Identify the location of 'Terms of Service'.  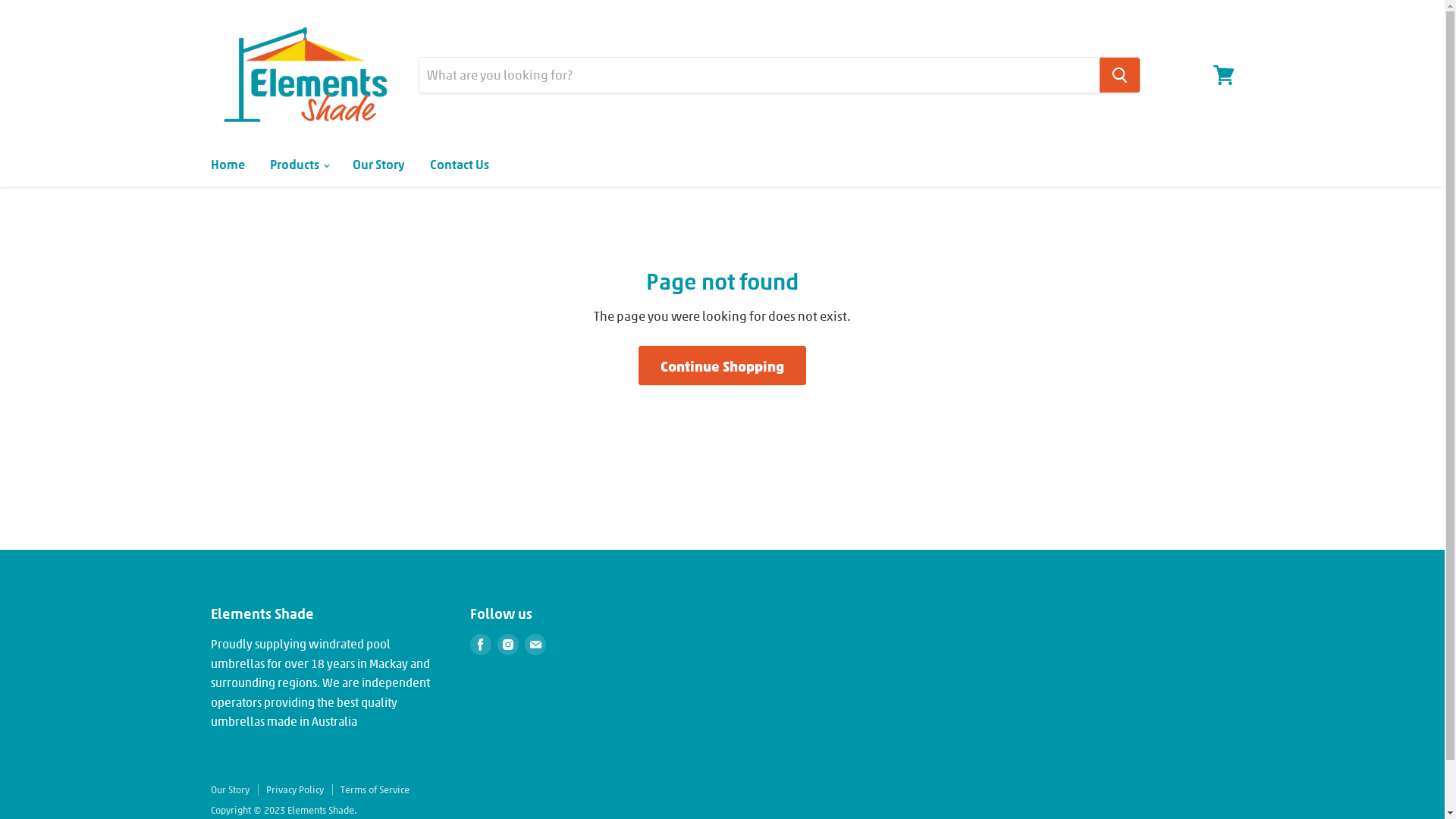
(374, 789).